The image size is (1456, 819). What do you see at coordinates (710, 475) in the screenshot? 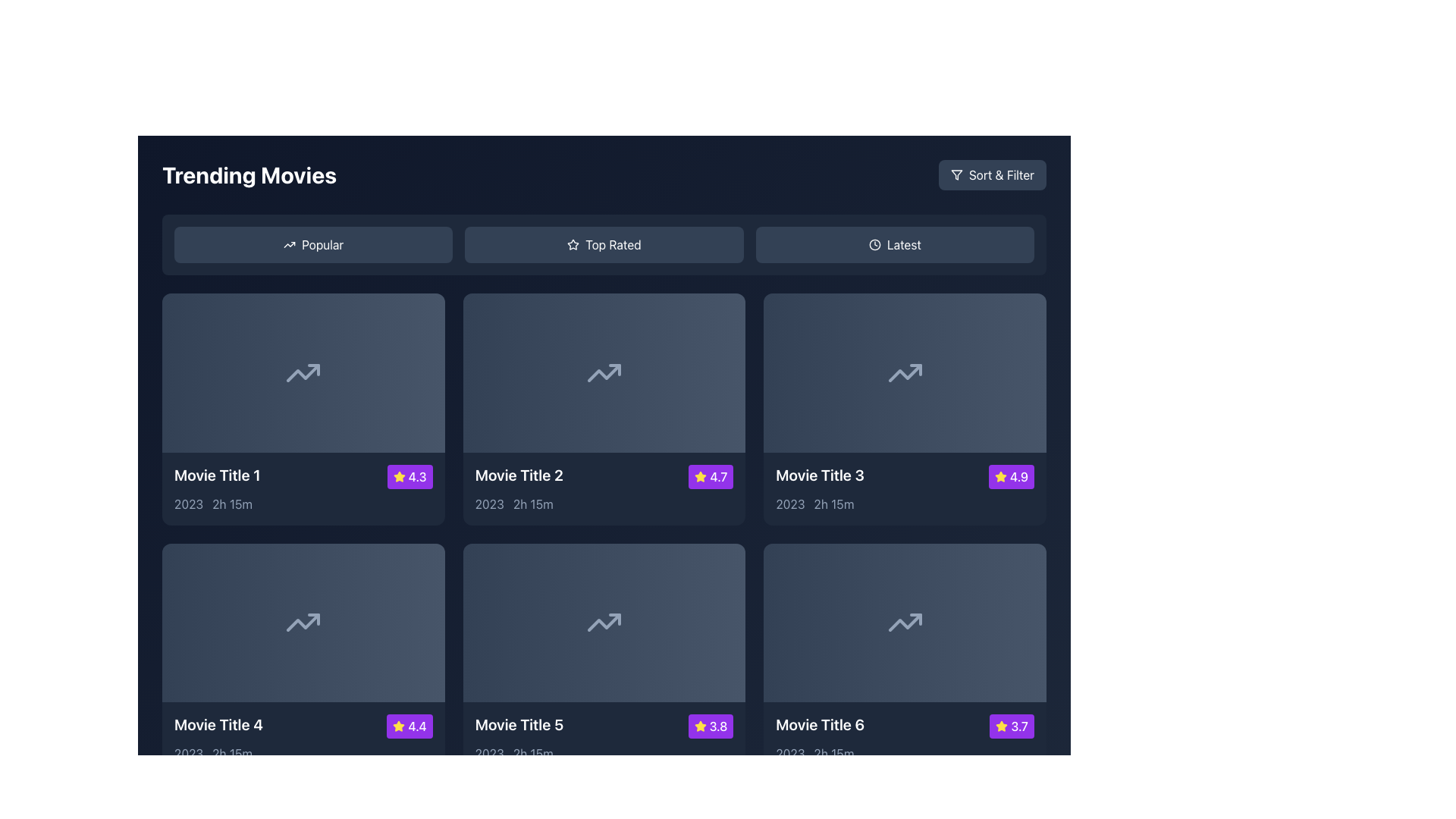
I see `the Iconified text badge that indicates the rating for 'Movie Title 2', positioned in the bottom-right corner of the details box` at bounding box center [710, 475].